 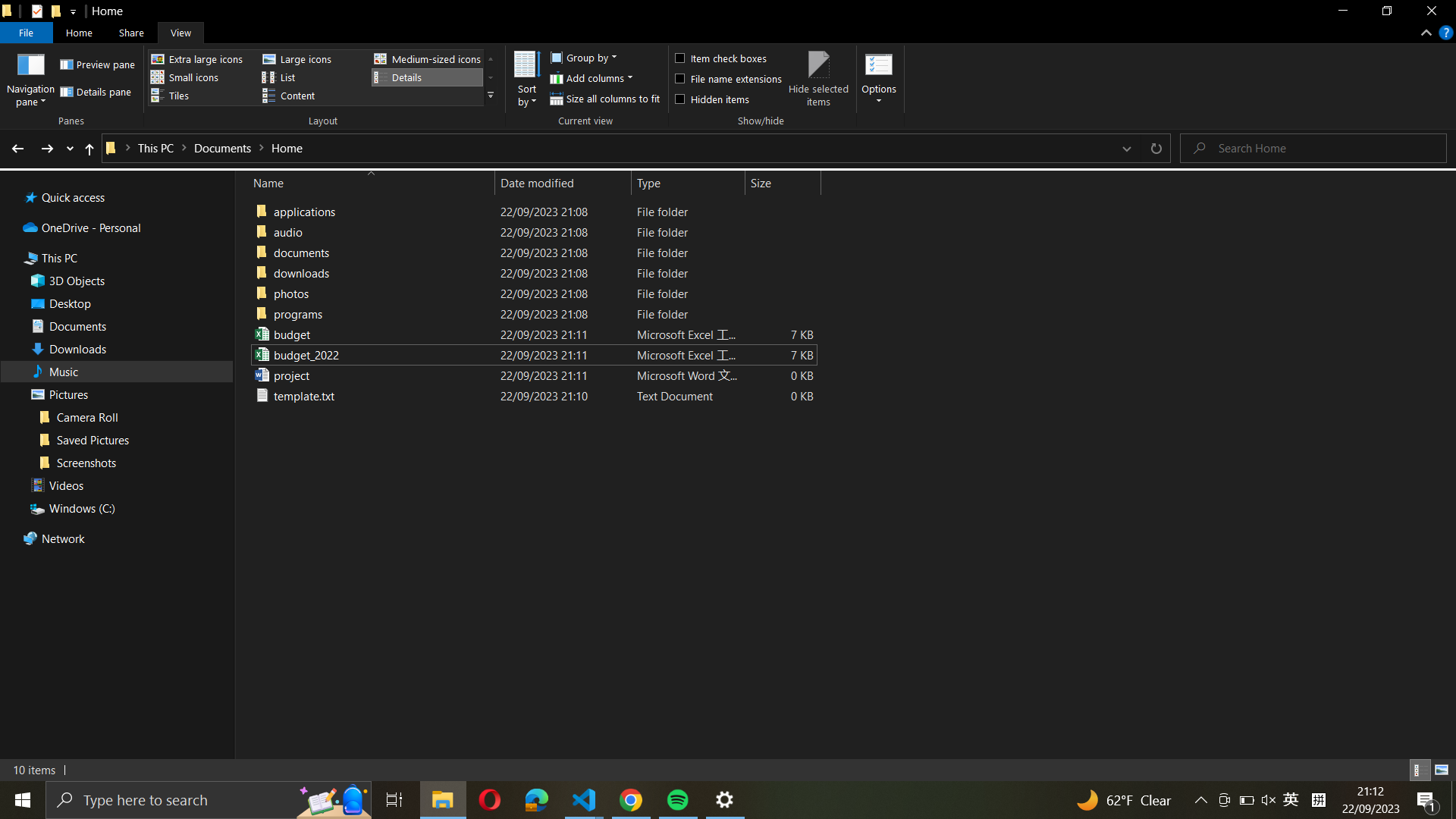 What do you see at coordinates (442, 798) in the screenshot?
I see `Minimize the window using icon` at bounding box center [442, 798].